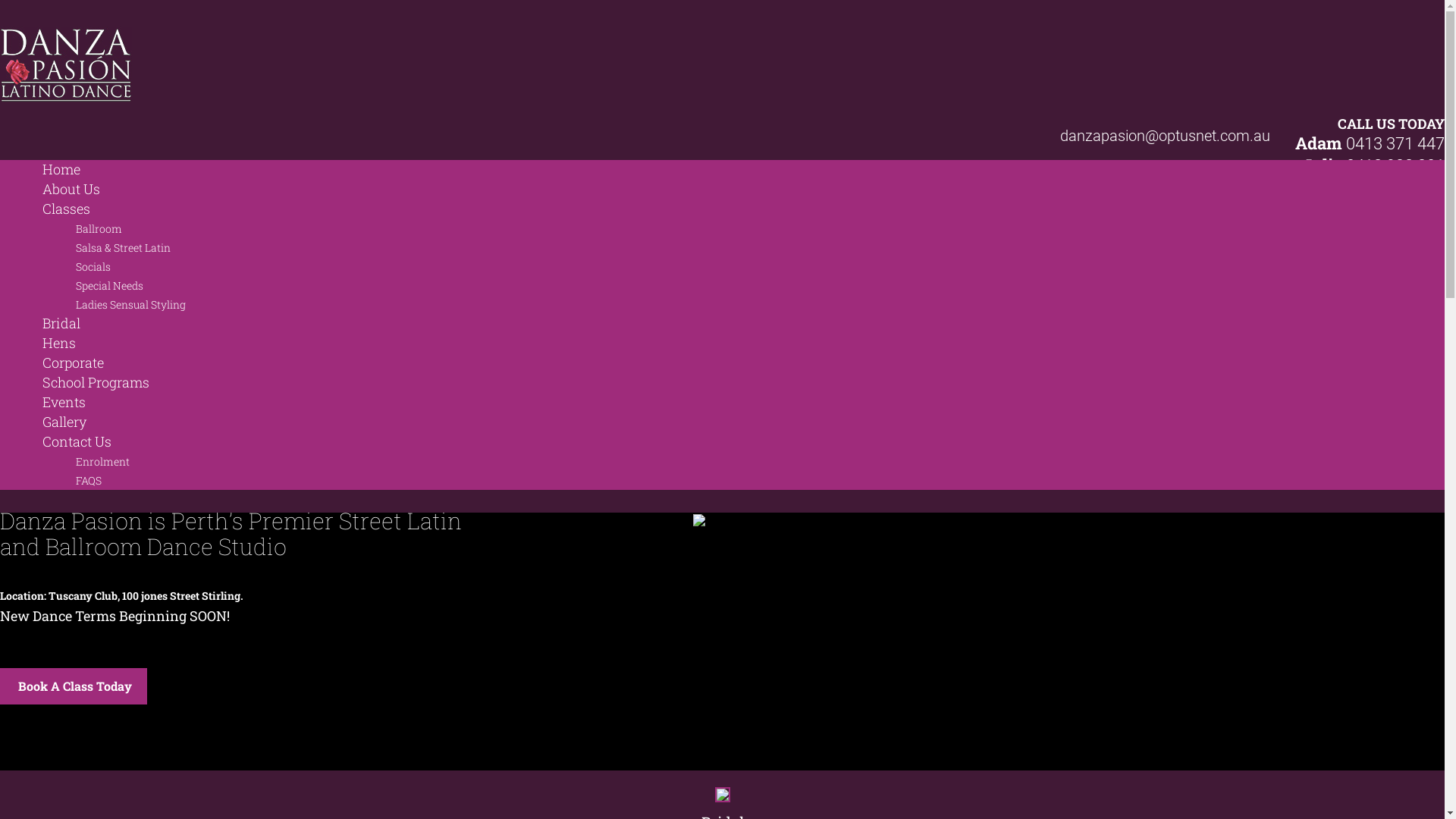 The width and height of the screenshot is (1456, 819). What do you see at coordinates (1164, 134) in the screenshot?
I see `'danzapasion@optusnet.com.au'` at bounding box center [1164, 134].